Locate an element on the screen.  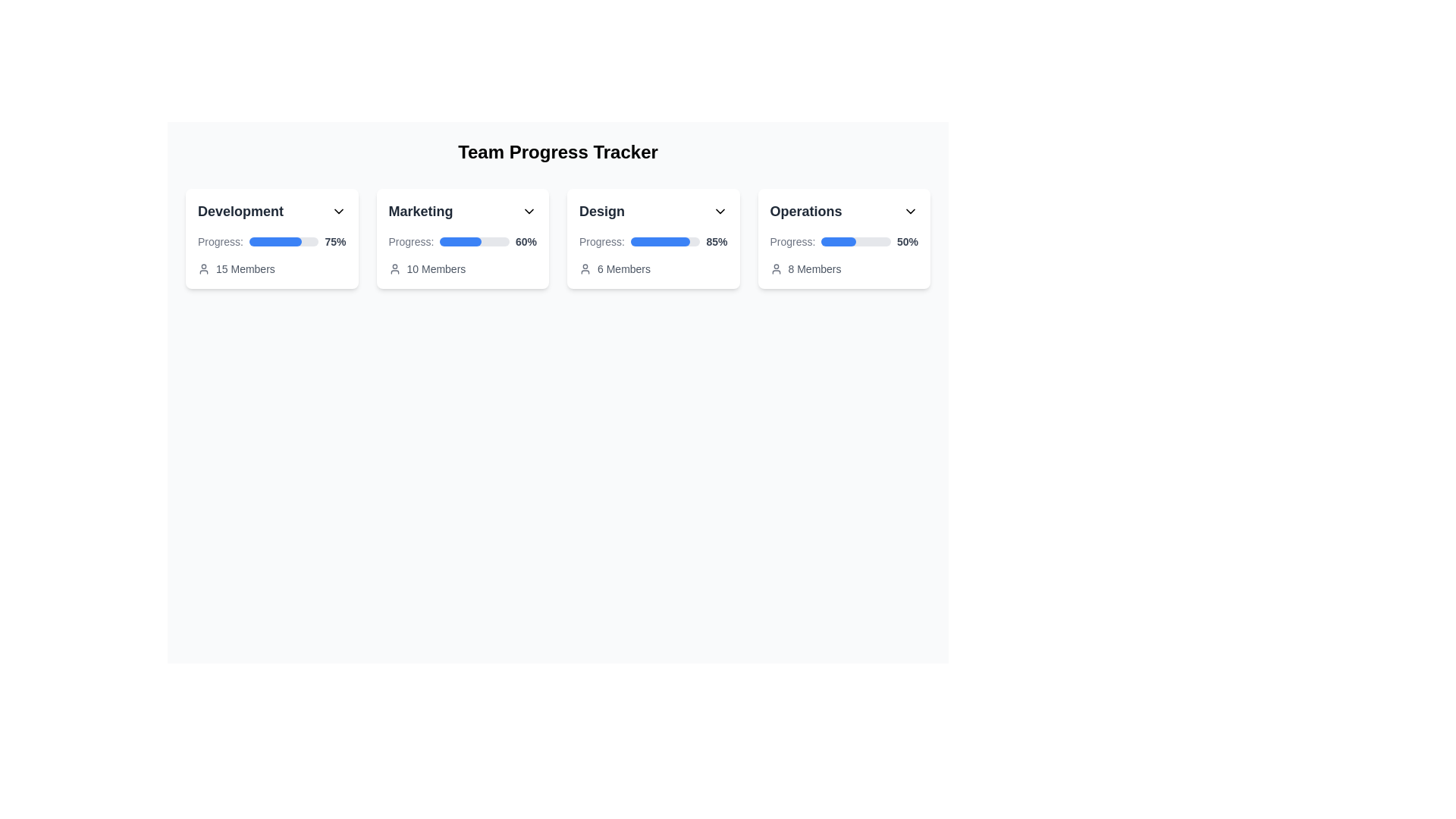
surrounding text to understand the context of the progress displayed in the progress indicator labeled 'Progress:' with a value of '75%' in the 'Development' card of the 'Team Progress Tracker' is located at coordinates (271, 241).